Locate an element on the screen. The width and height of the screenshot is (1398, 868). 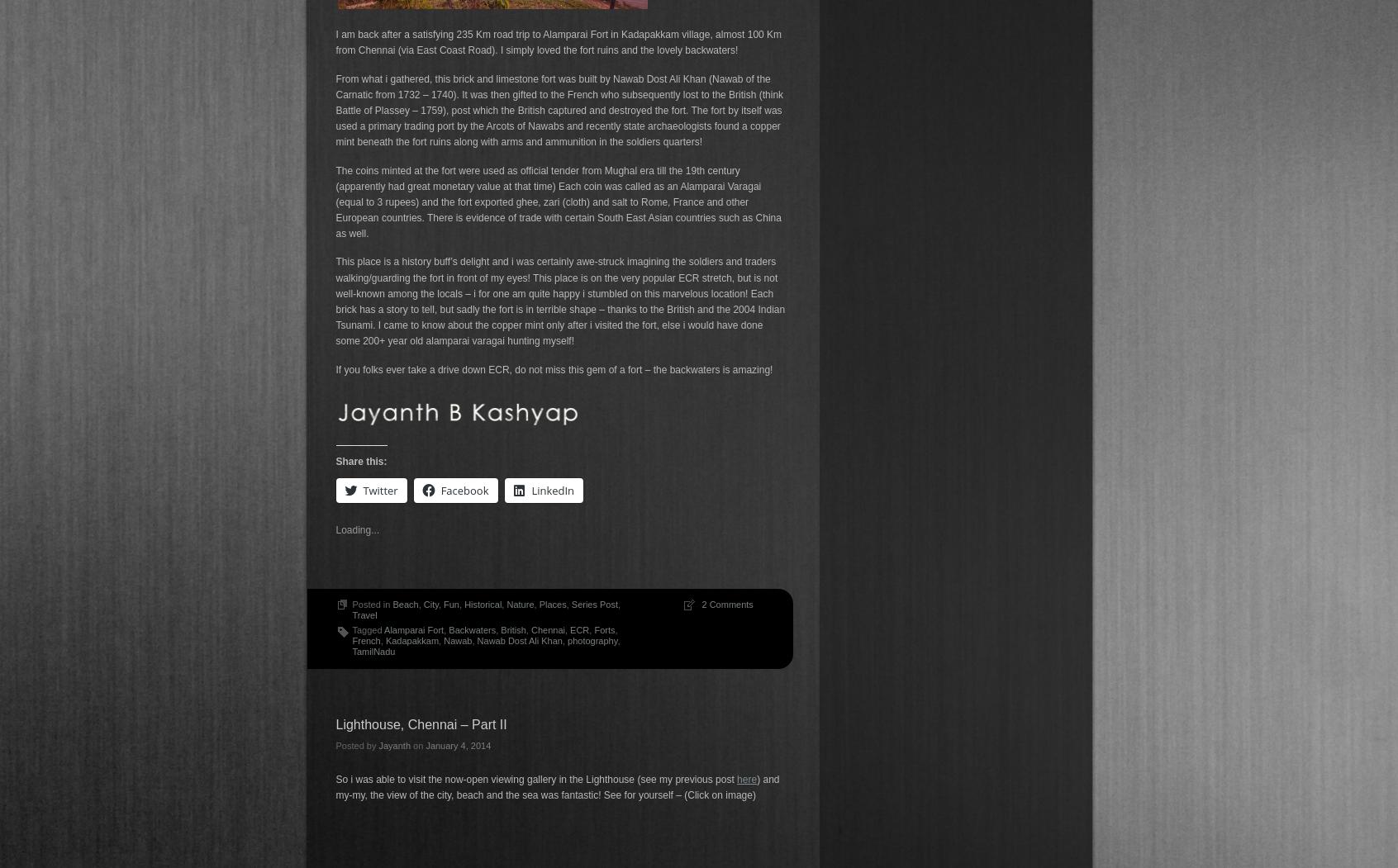
'Backwaters' is located at coordinates (471, 628).